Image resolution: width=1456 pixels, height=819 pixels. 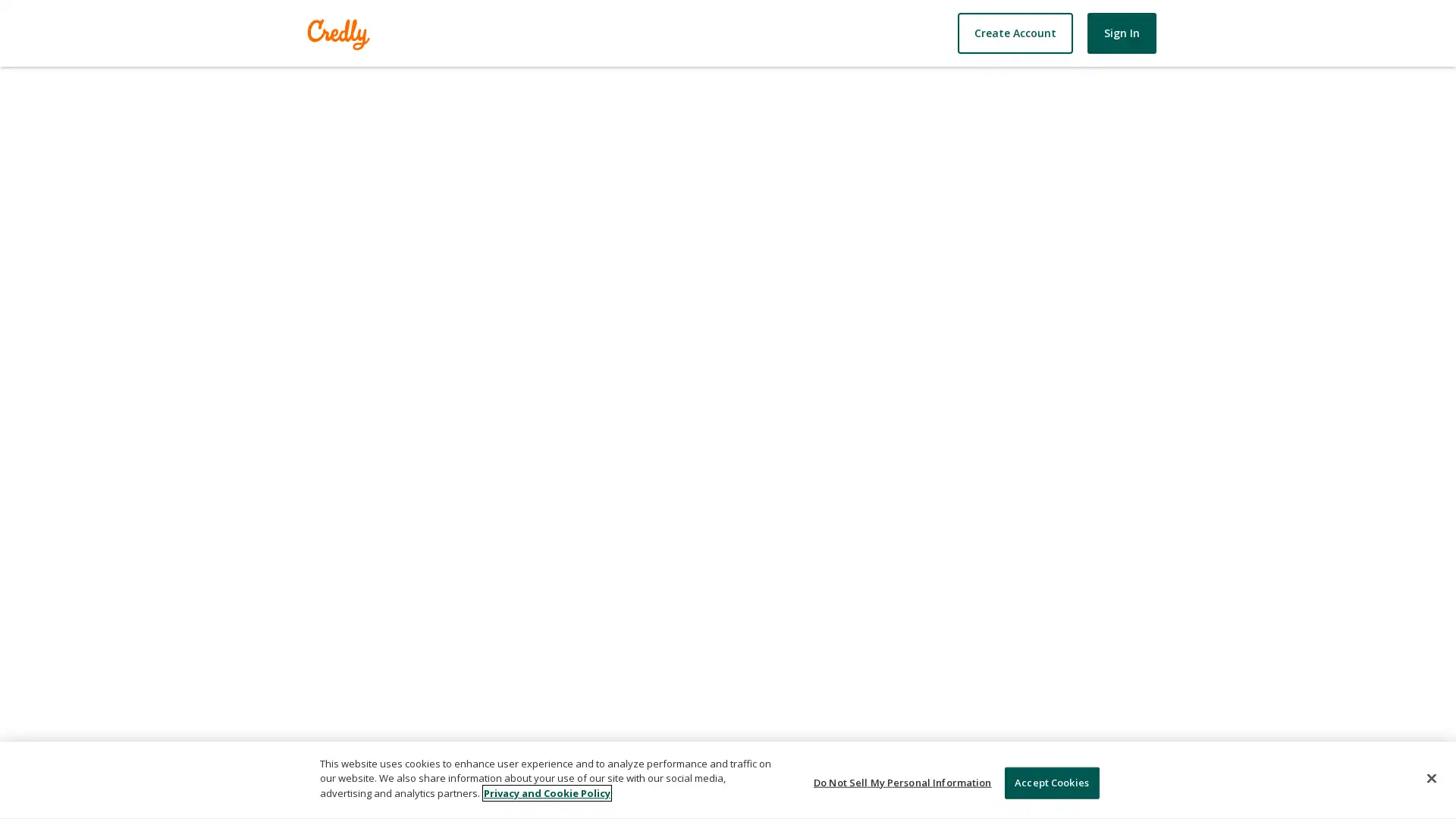 I want to click on Accept Cookies, so click(x=1050, y=783).